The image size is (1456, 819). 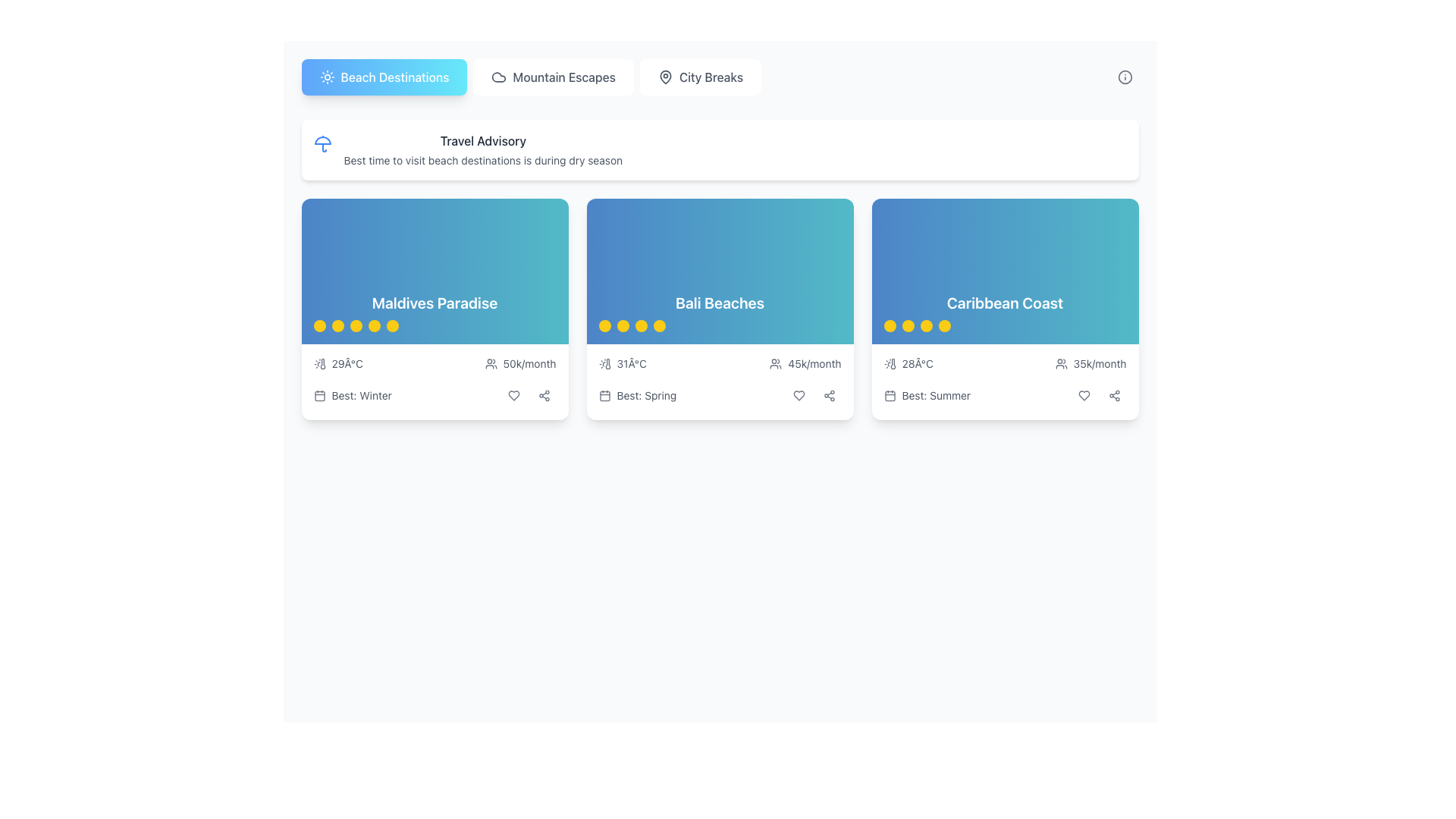 I want to click on the second circular rating indicator dot with a yellow background located beneath the title 'Bali Beaches' in the second card from the left in the row of cards, so click(x=623, y=325).